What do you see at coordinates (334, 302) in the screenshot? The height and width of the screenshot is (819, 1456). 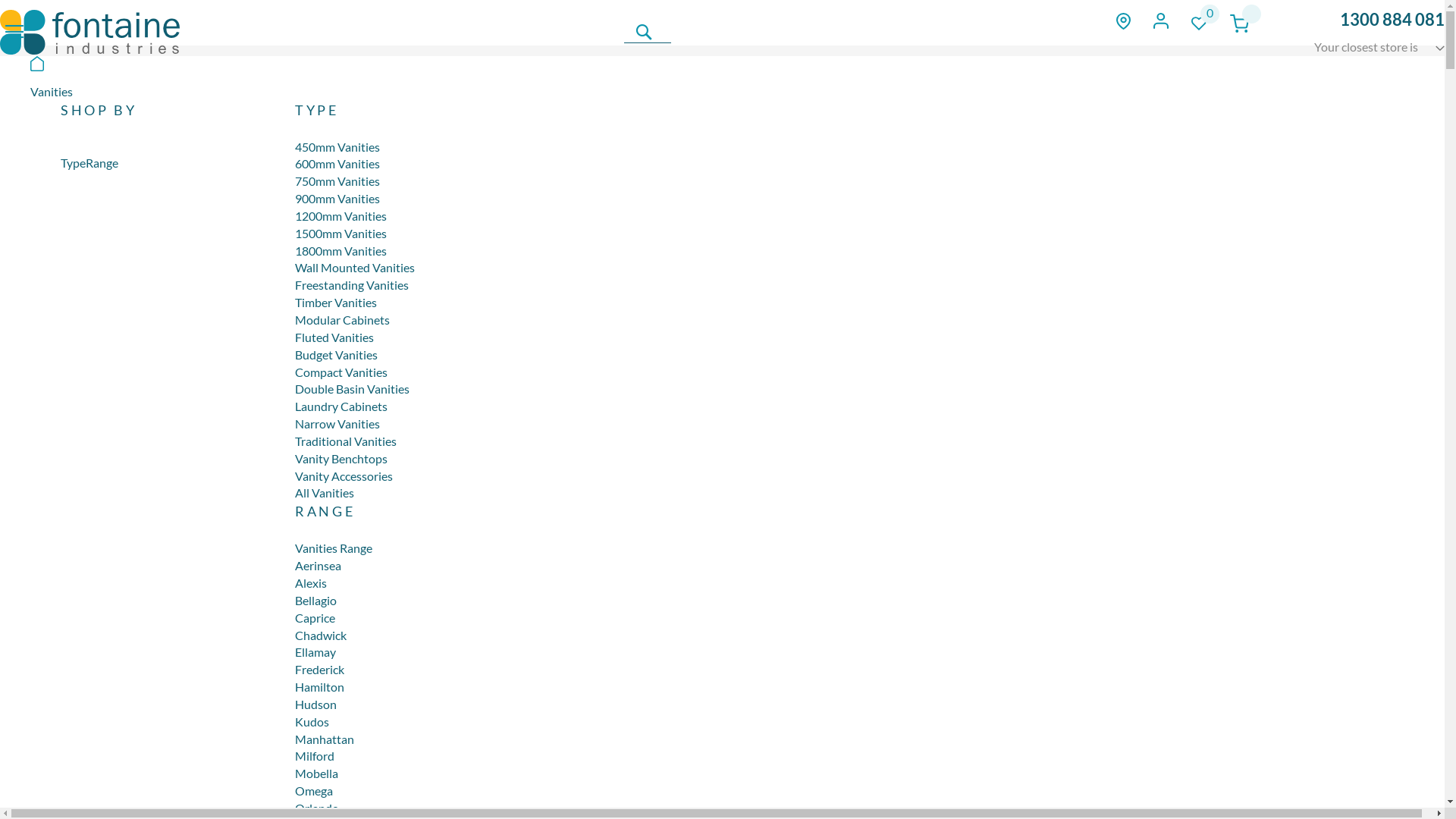 I see `'Timber Vanities'` at bounding box center [334, 302].